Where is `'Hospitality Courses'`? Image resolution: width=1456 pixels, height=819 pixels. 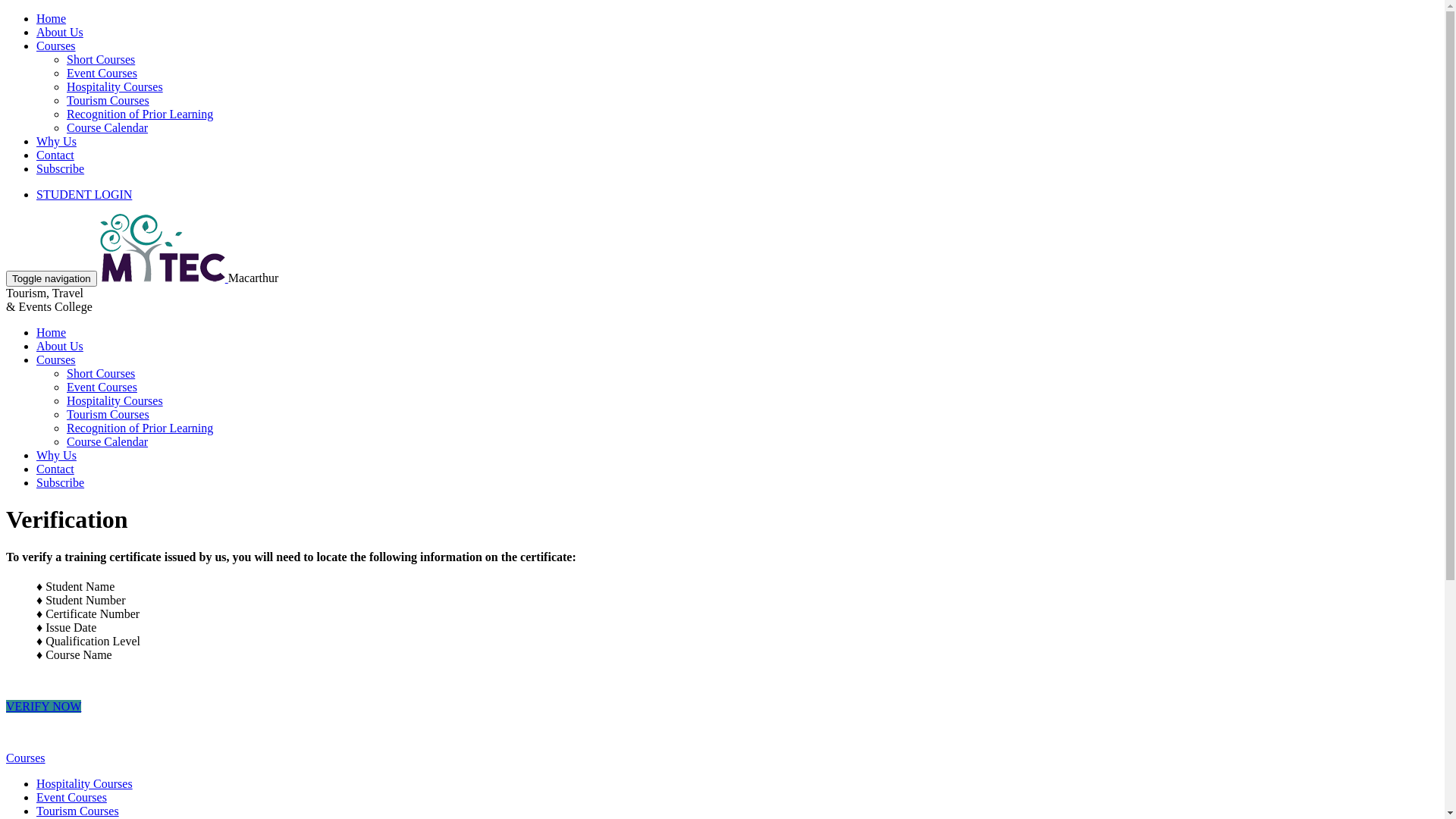 'Hospitality Courses' is located at coordinates (36, 783).